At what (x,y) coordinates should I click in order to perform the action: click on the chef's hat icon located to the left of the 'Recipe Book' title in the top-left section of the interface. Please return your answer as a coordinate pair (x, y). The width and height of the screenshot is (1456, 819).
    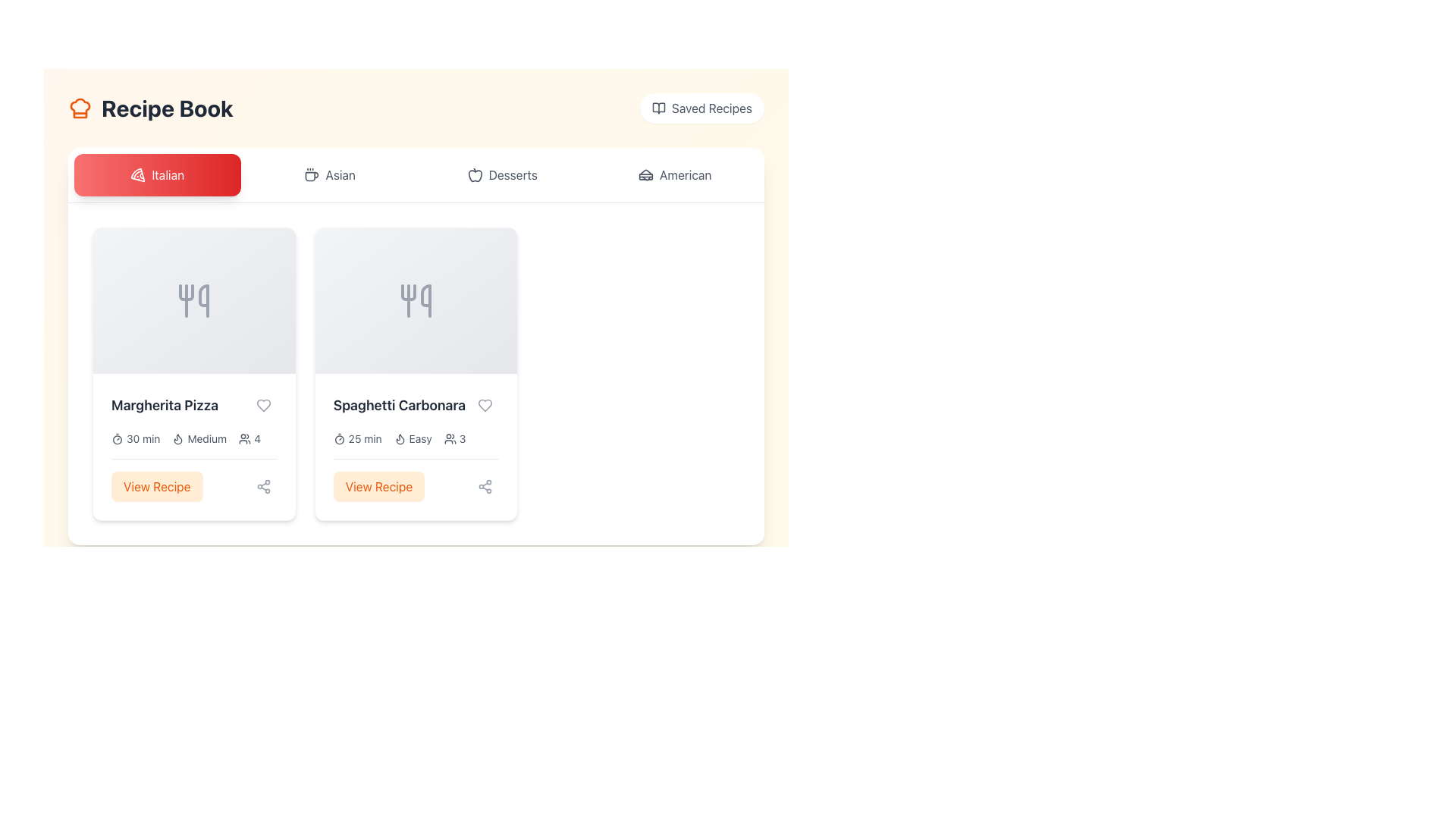
    Looking at the image, I should click on (79, 107).